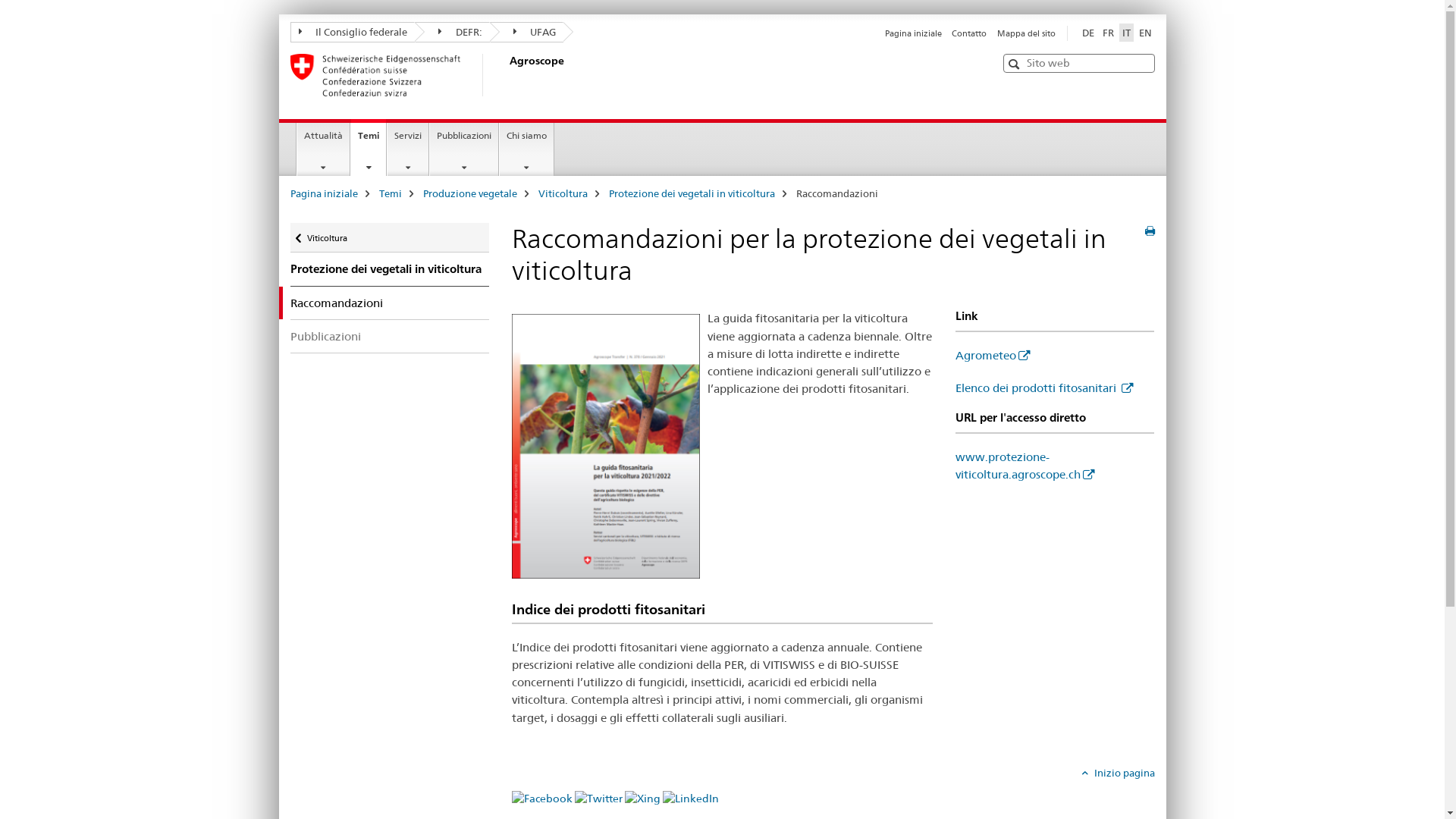 This screenshot has width=1456, height=819. What do you see at coordinates (390, 192) in the screenshot?
I see `'Temi'` at bounding box center [390, 192].